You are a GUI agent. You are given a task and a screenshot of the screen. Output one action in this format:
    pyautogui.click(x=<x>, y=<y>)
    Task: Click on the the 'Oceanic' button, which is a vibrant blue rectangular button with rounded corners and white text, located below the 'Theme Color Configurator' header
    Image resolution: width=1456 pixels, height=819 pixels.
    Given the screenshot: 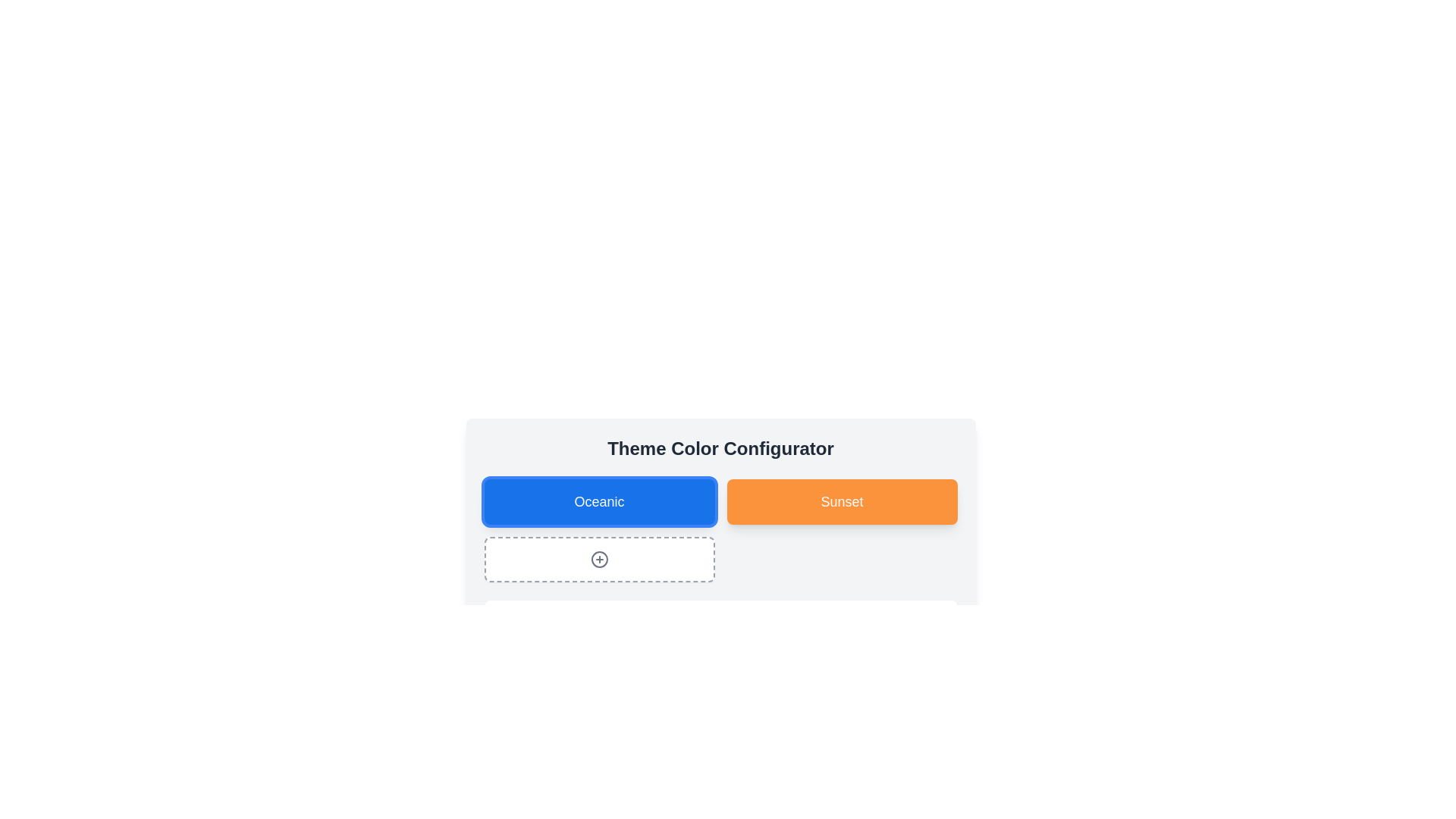 What is the action you would take?
    pyautogui.click(x=598, y=502)
    